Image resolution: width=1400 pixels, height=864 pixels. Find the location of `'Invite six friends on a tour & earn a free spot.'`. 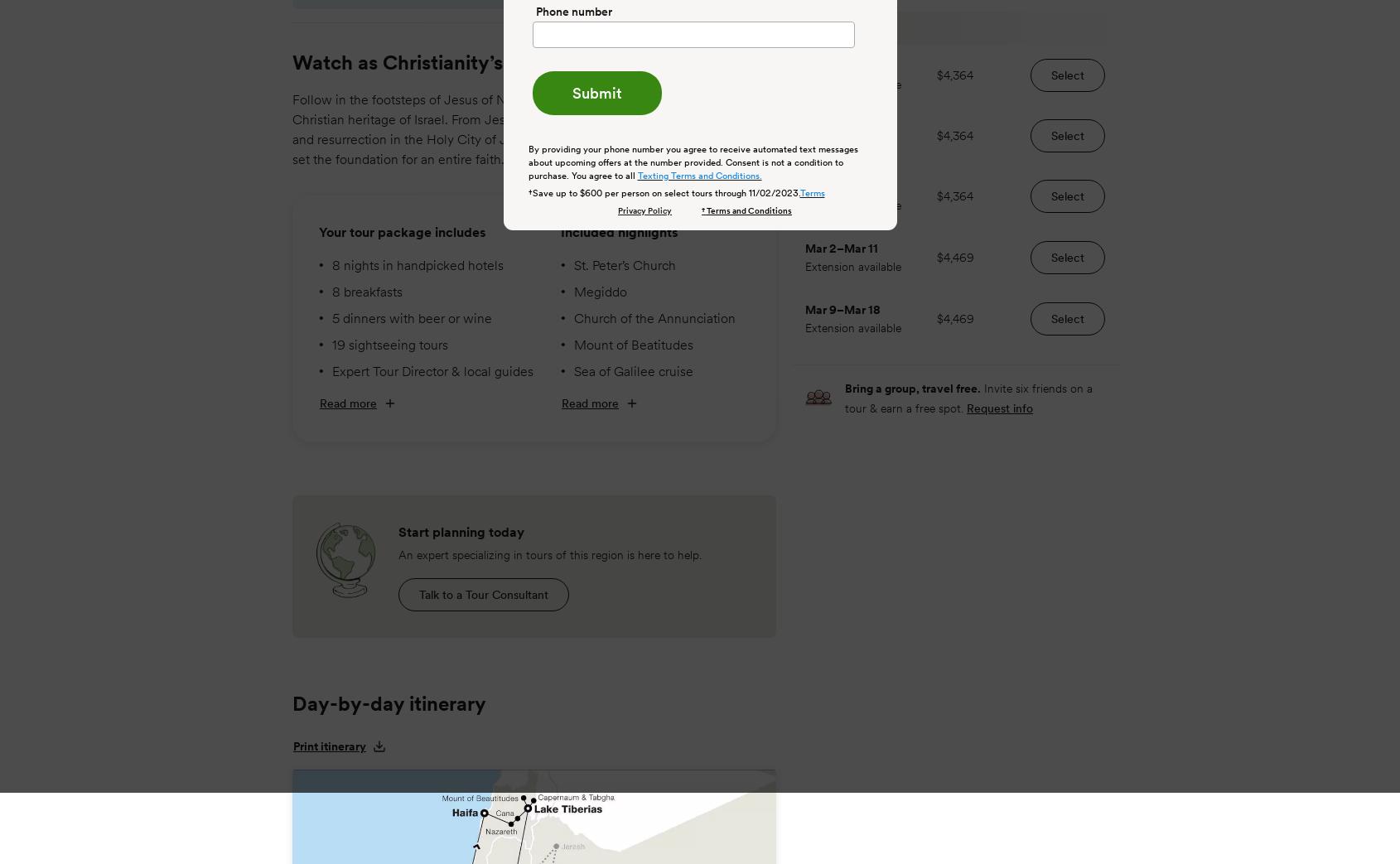

'Invite six friends on a tour & earn a free spot.' is located at coordinates (974, 398).